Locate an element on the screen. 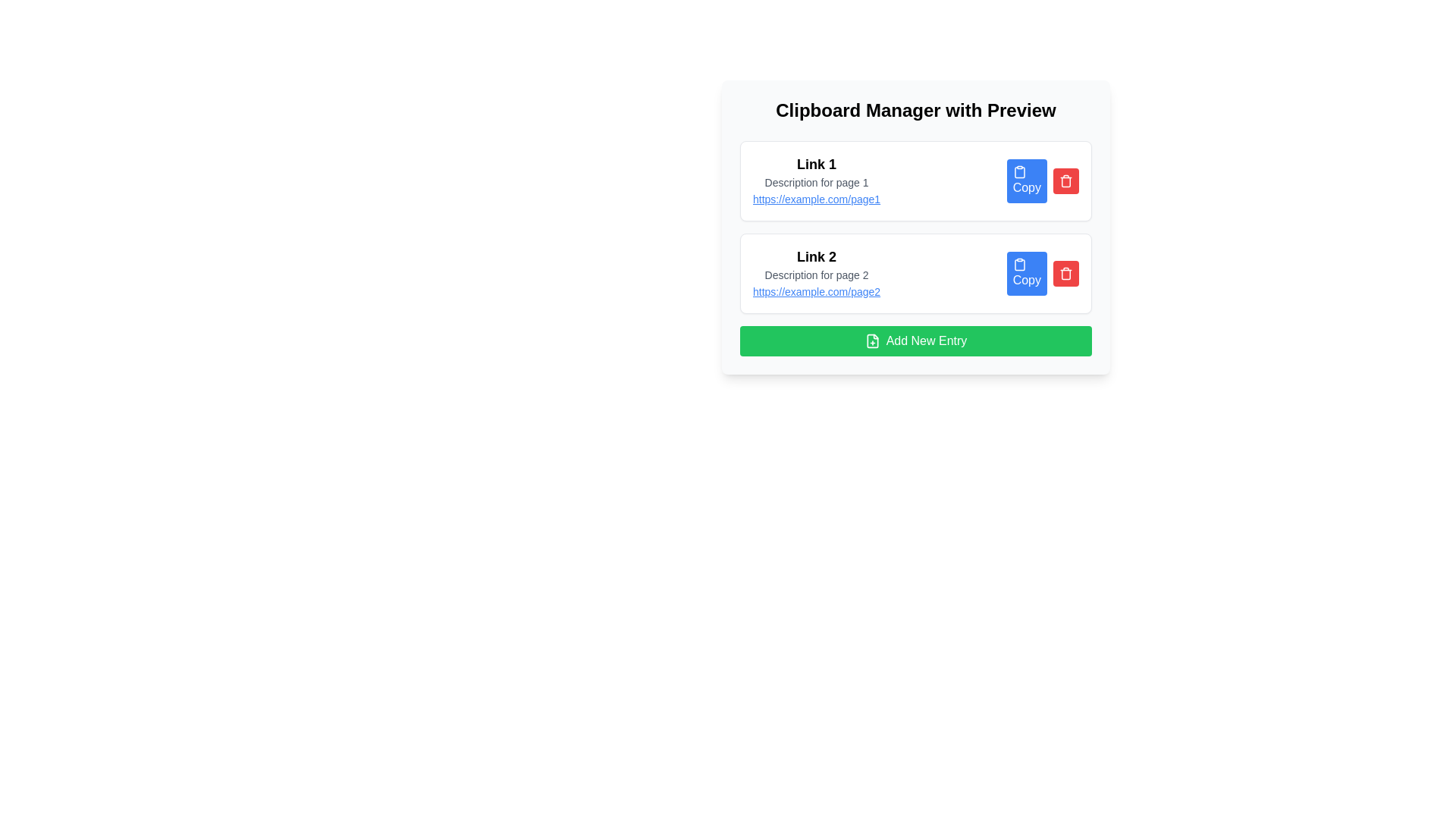  the small SVG icon resembling a file with a plus symbol, located to the left of the text in the green button labeled 'Add New Entry' at the bottom of the card is located at coordinates (872, 341).